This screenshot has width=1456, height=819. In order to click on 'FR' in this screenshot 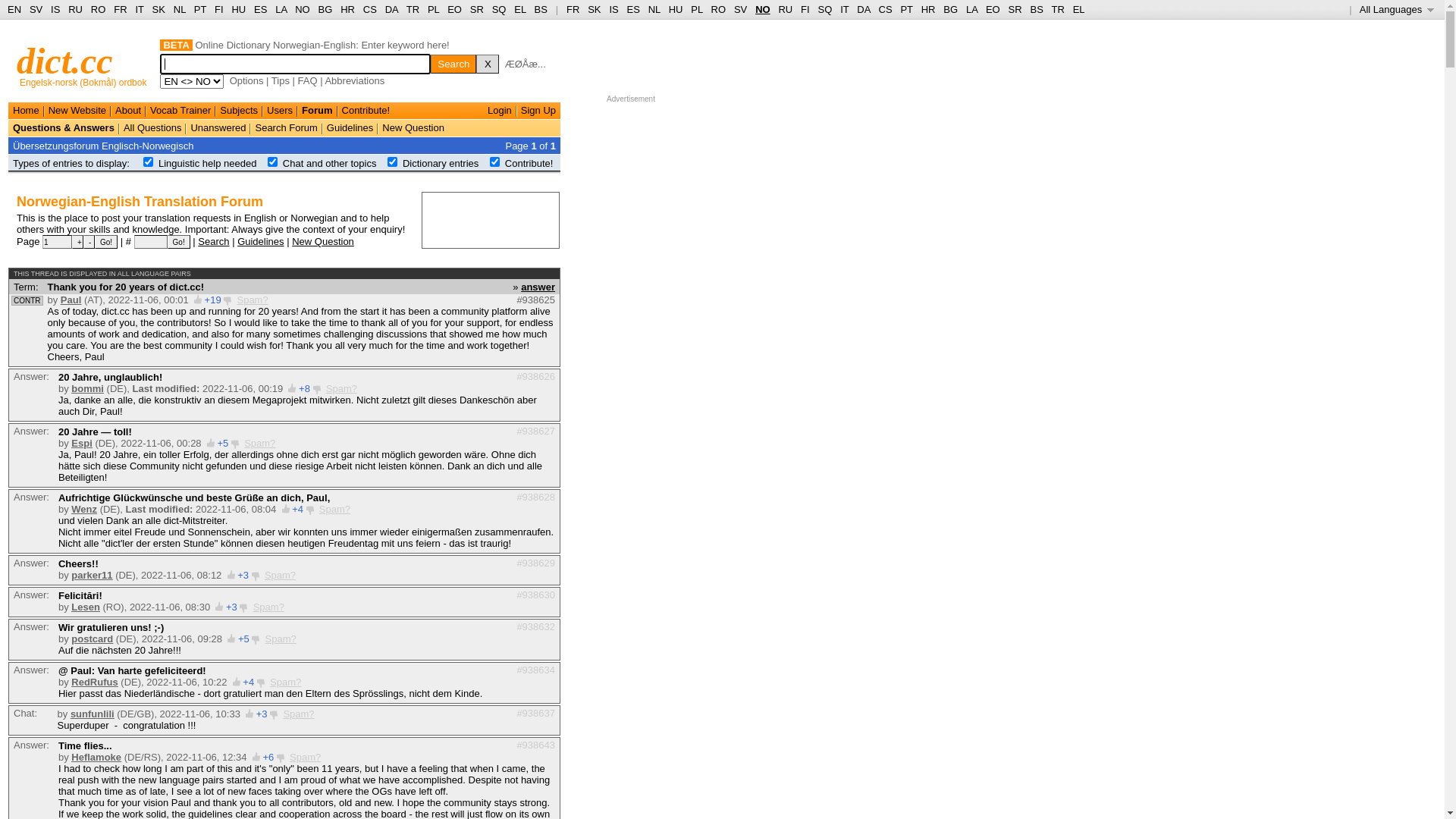, I will do `click(572, 9)`.